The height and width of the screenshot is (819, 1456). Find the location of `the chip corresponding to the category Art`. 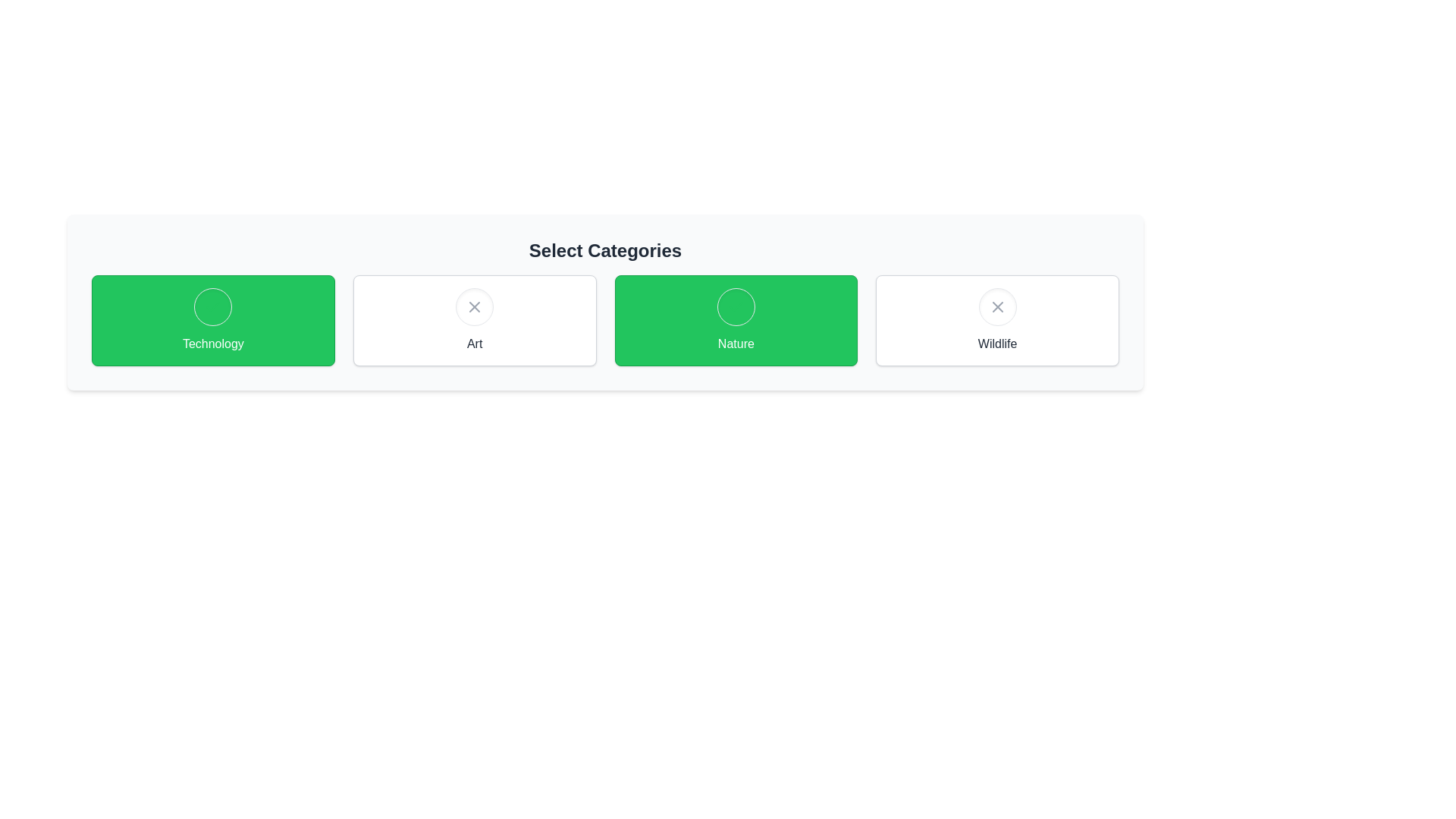

the chip corresponding to the category Art is located at coordinates (474, 320).